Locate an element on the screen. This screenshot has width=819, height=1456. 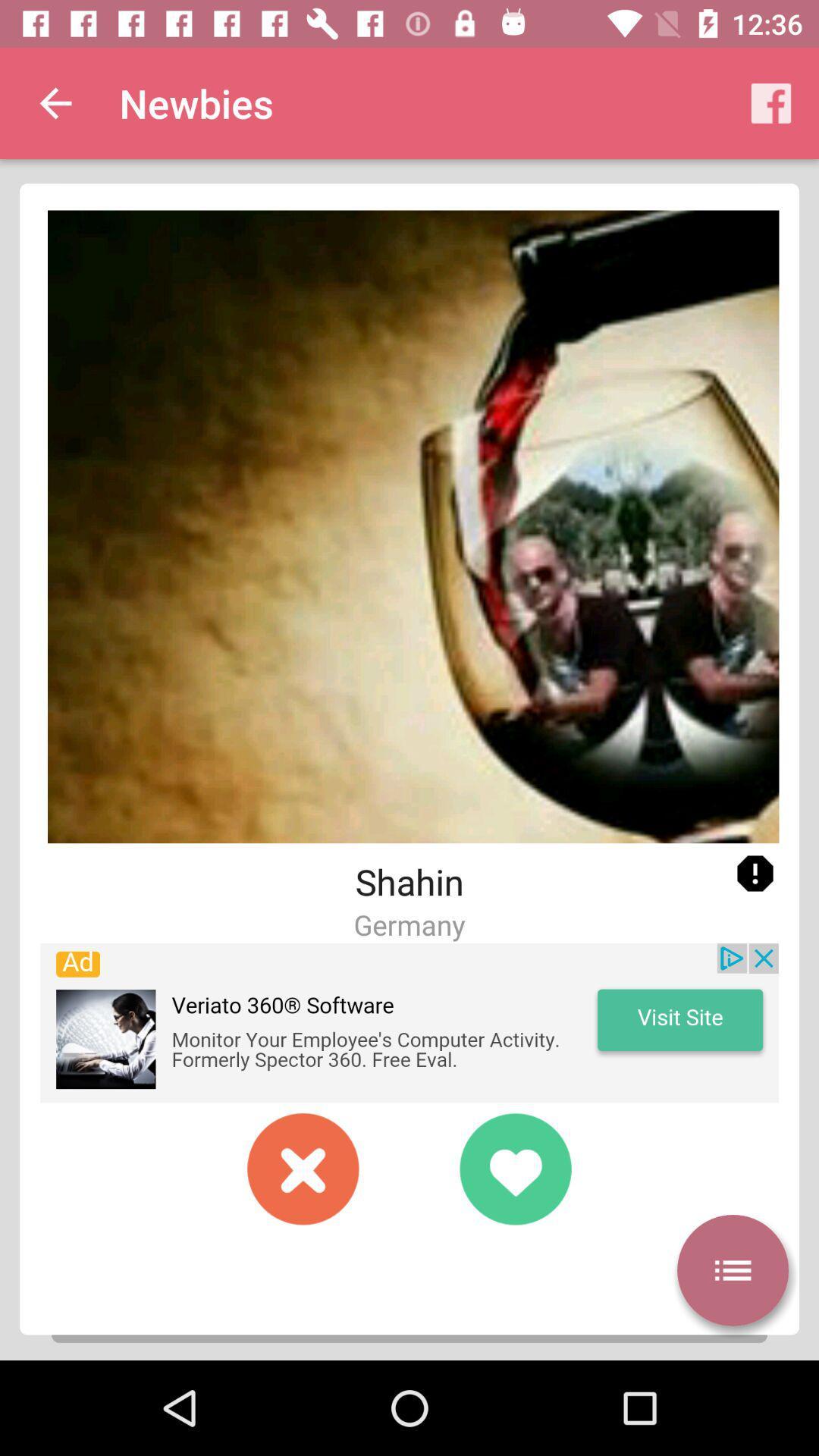
info about the context is located at coordinates (755, 874).